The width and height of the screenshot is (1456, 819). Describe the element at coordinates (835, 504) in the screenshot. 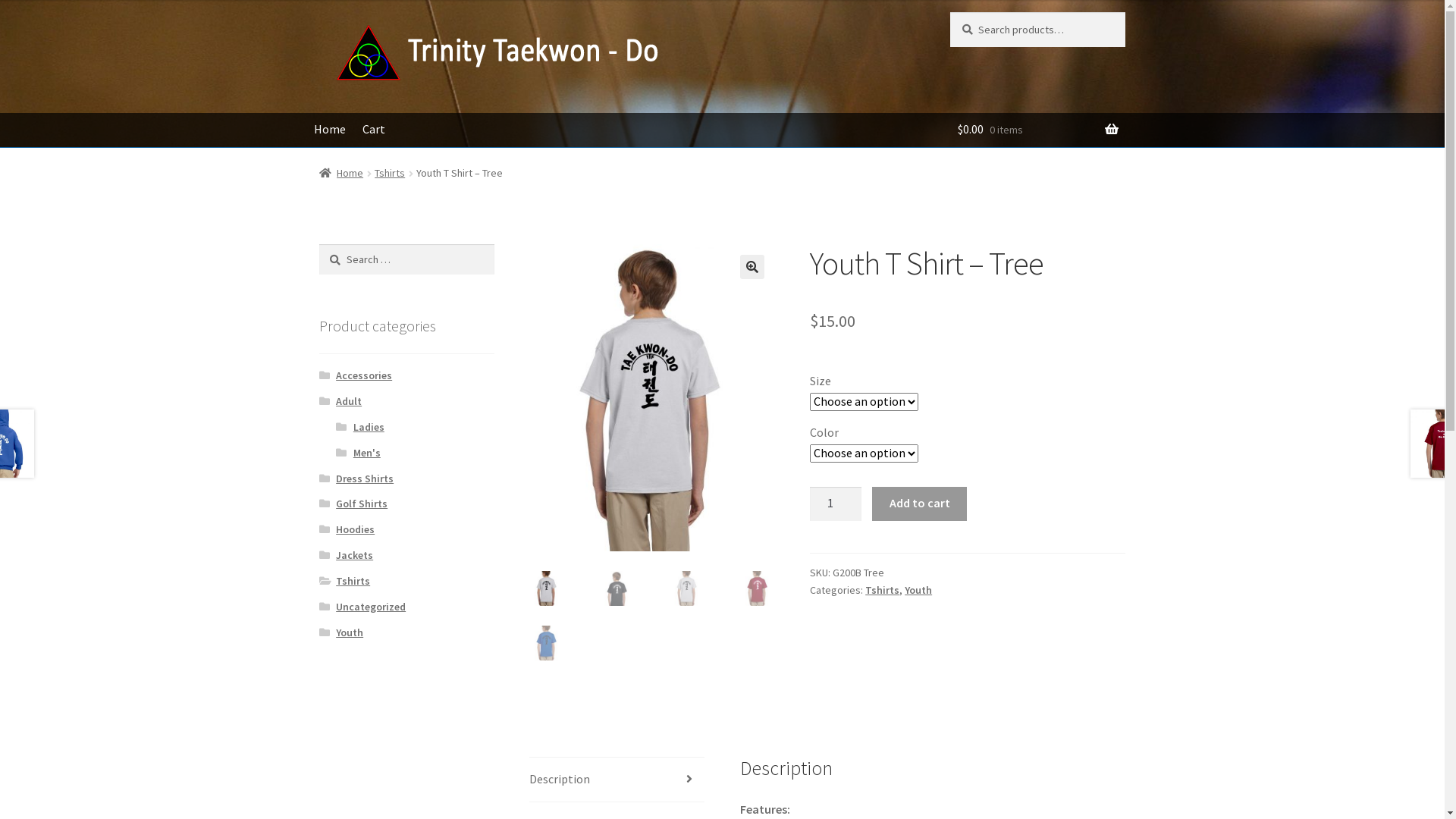

I see `'Qty'` at that location.